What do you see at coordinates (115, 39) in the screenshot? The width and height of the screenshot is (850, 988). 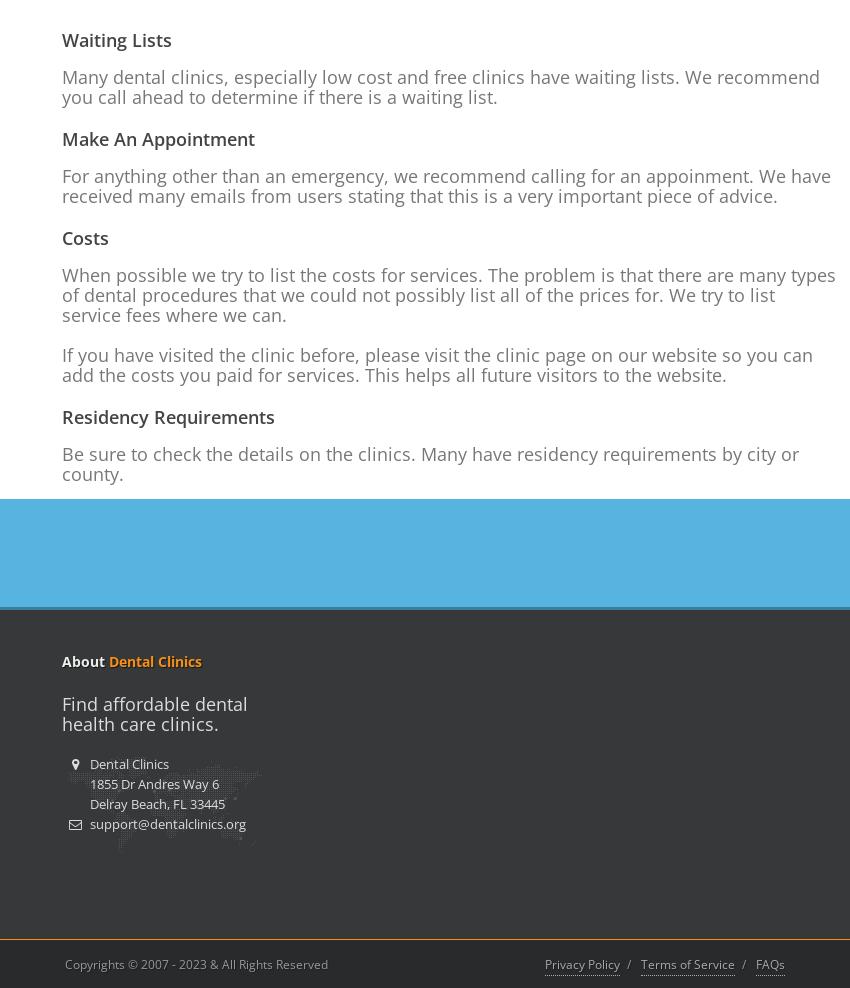 I see `'Waiting Lists'` at bounding box center [115, 39].